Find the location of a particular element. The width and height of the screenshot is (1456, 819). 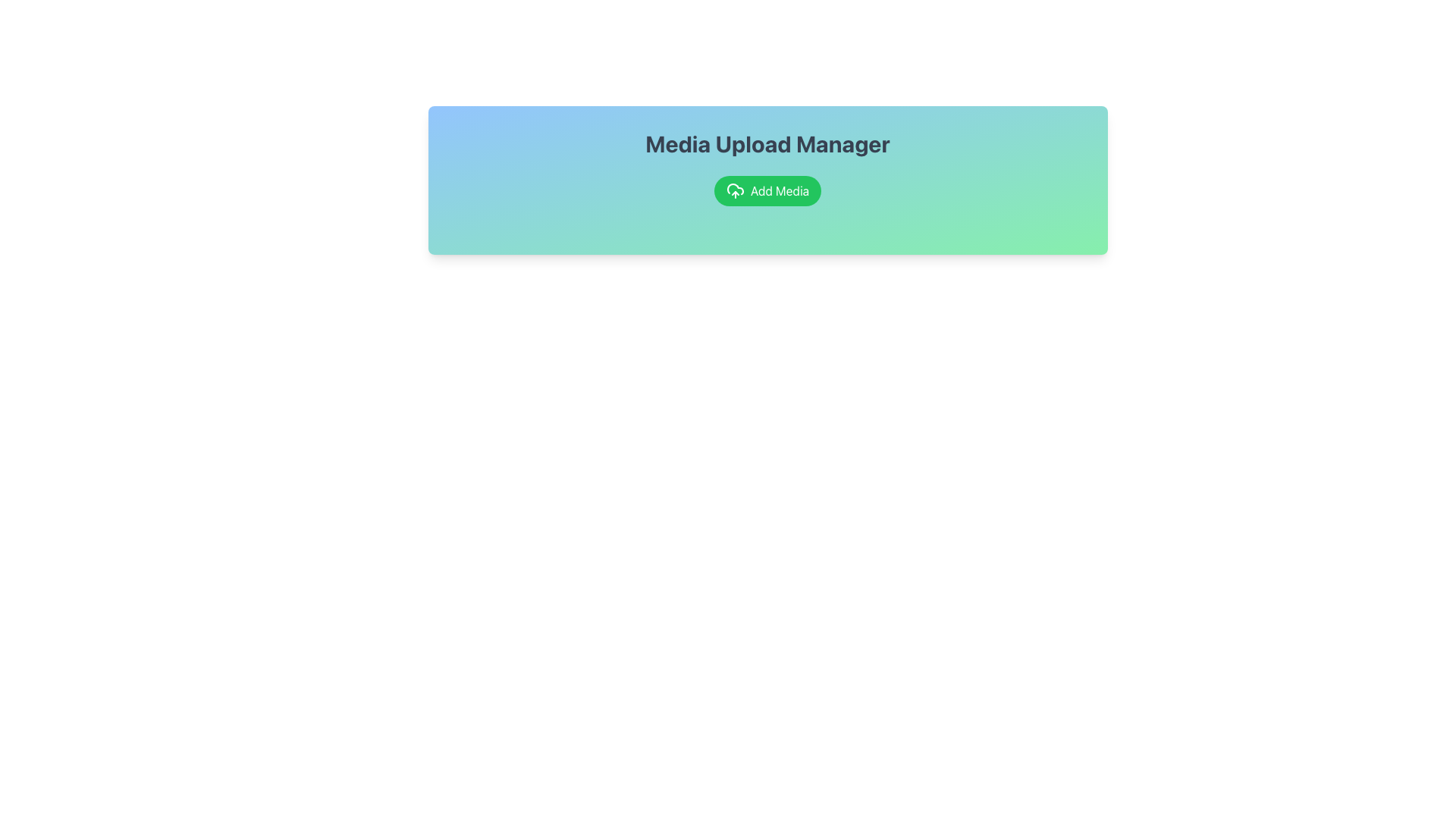

the media upload icon located to the left of the 'Add Media' button in the 'Media Upload Manager' section is located at coordinates (735, 190).